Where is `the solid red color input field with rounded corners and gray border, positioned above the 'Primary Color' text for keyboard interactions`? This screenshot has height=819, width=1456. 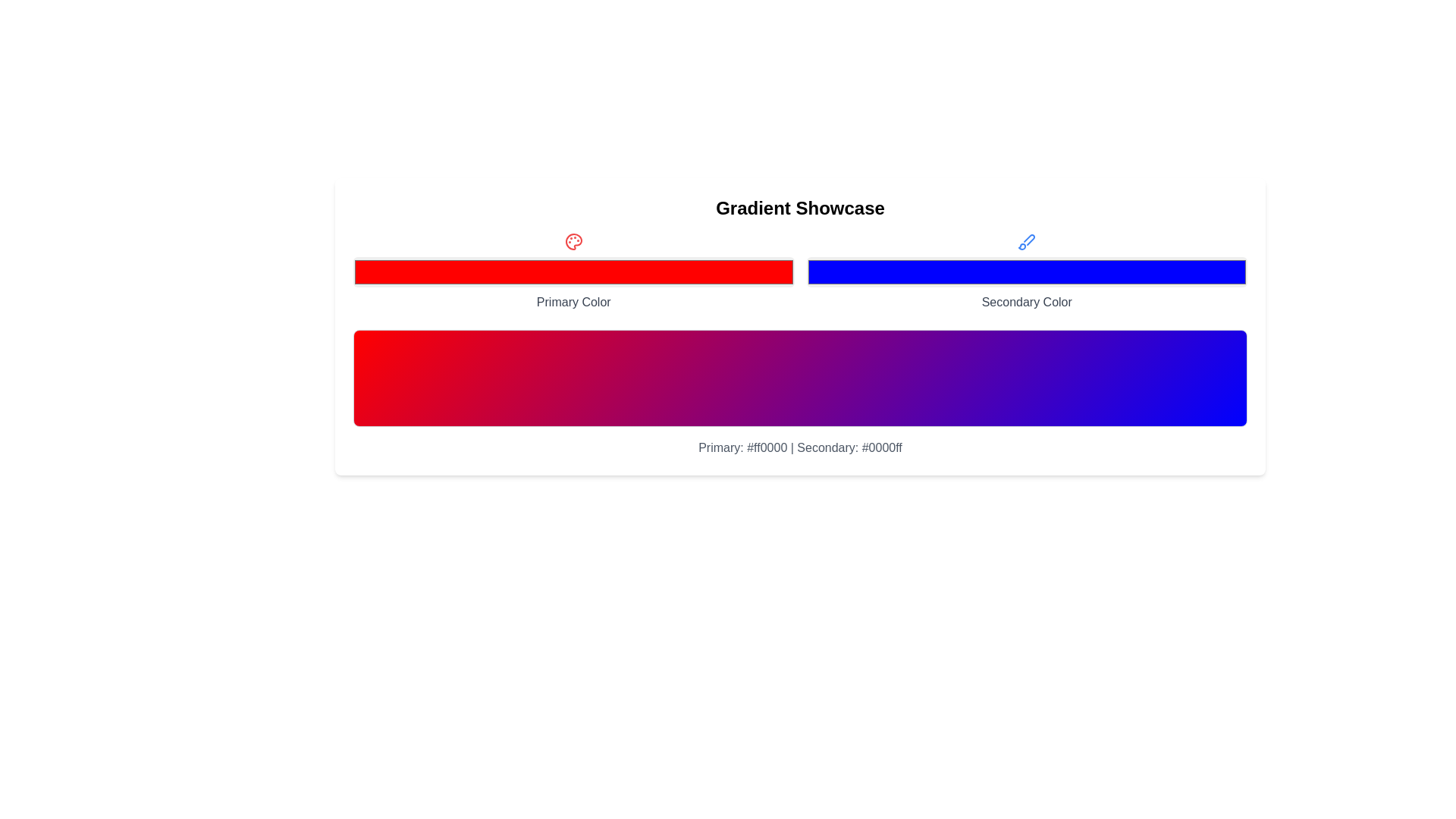
the solid red color input field with rounded corners and gray border, positioned above the 'Primary Color' text for keyboard interactions is located at coordinates (573, 271).